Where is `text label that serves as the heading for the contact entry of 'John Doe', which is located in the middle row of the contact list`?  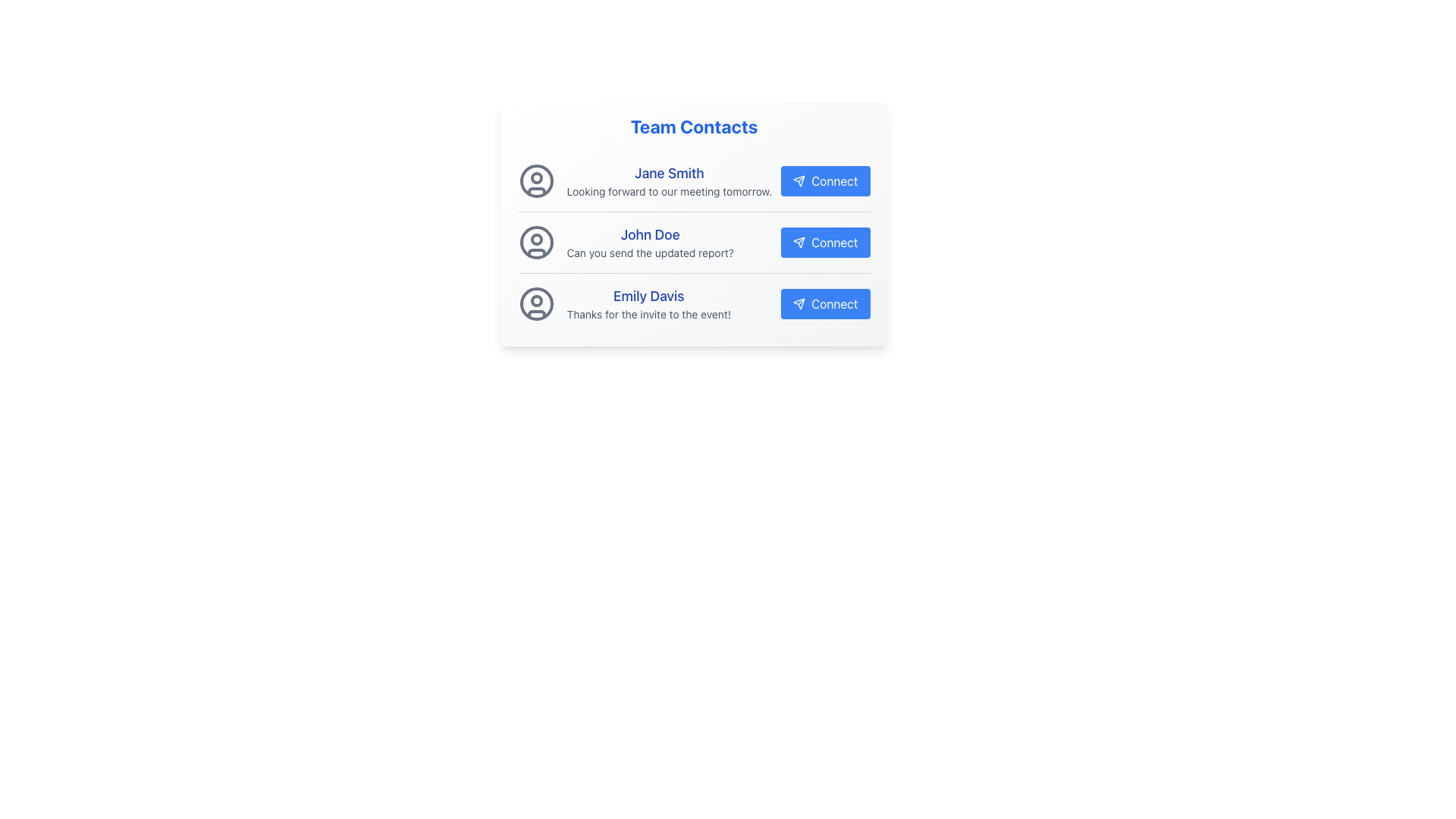
text label that serves as the heading for the contact entry of 'John Doe', which is located in the middle row of the contact list is located at coordinates (650, 234).